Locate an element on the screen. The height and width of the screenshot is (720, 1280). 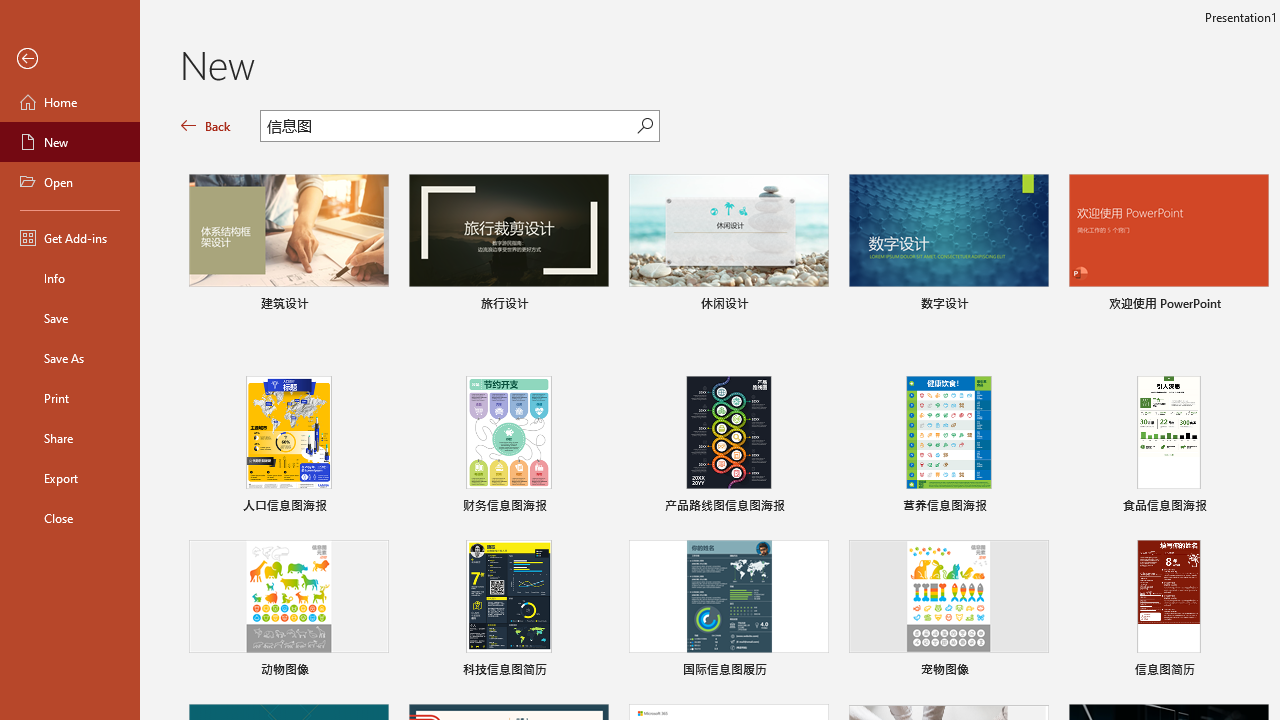
'Info' is located at coordinates (69, 277).